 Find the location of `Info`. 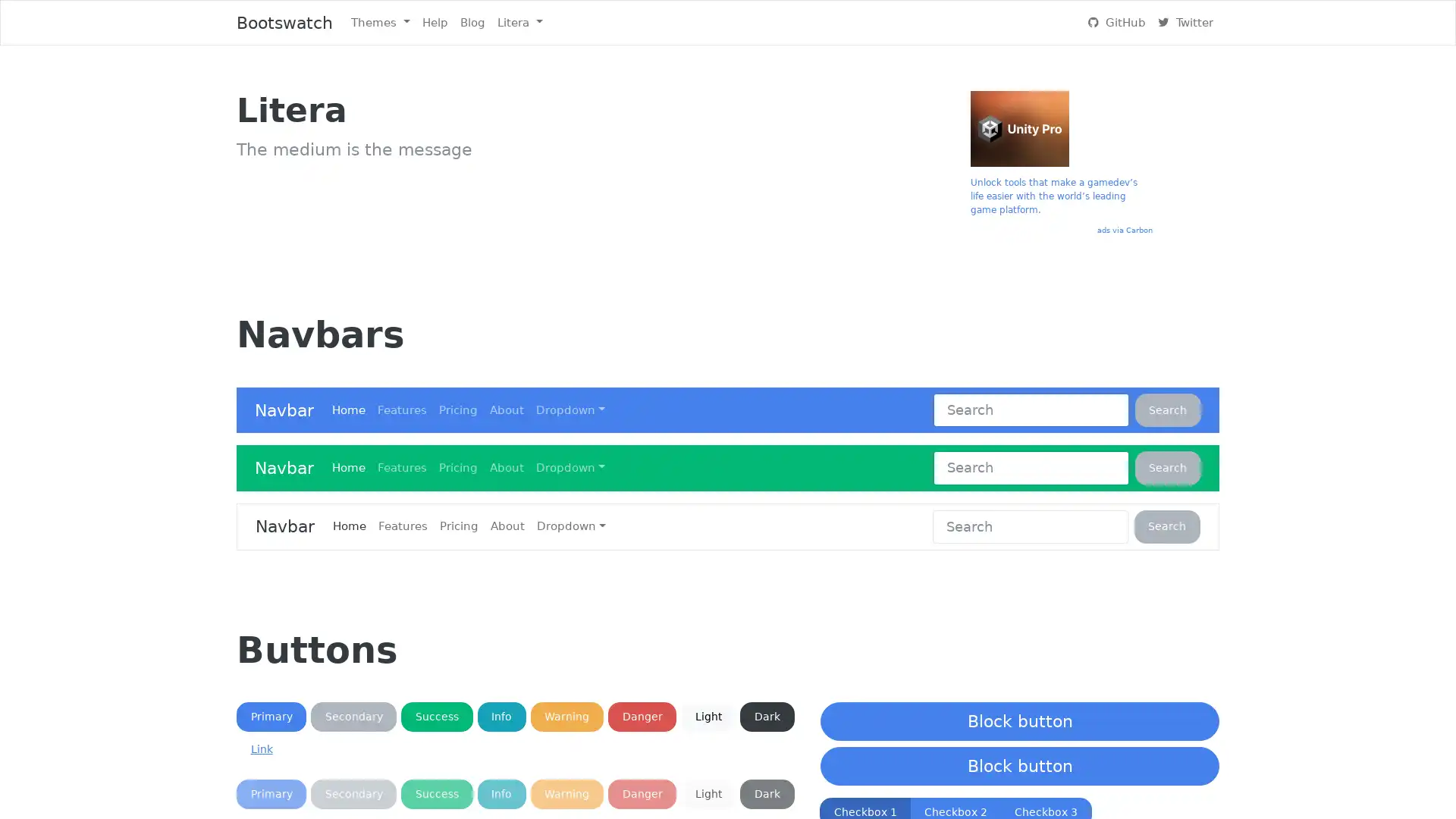

Info is located at coordinates (501, 793).